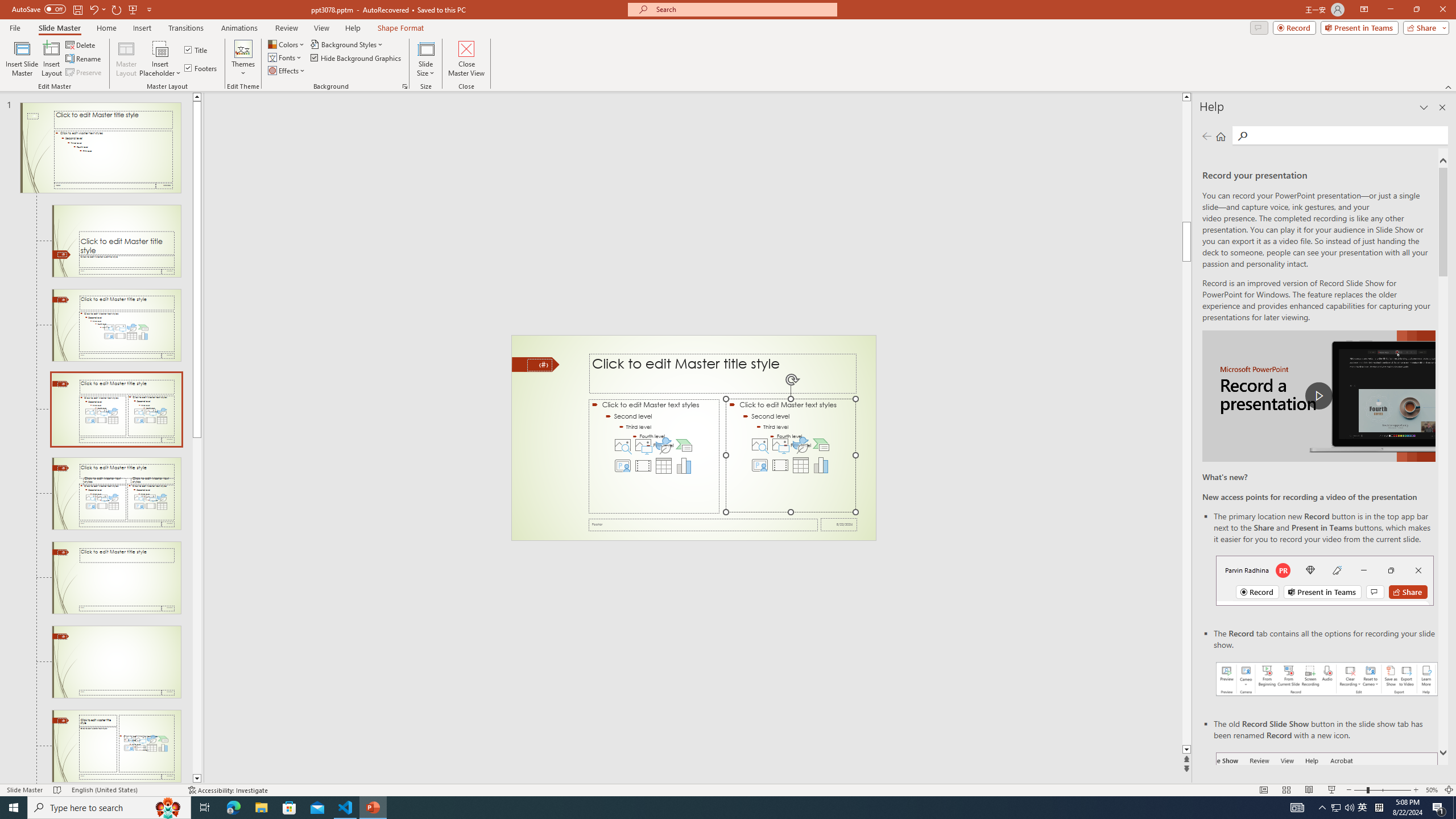  I want to click on 'Title TextBox', so click(723, 373).